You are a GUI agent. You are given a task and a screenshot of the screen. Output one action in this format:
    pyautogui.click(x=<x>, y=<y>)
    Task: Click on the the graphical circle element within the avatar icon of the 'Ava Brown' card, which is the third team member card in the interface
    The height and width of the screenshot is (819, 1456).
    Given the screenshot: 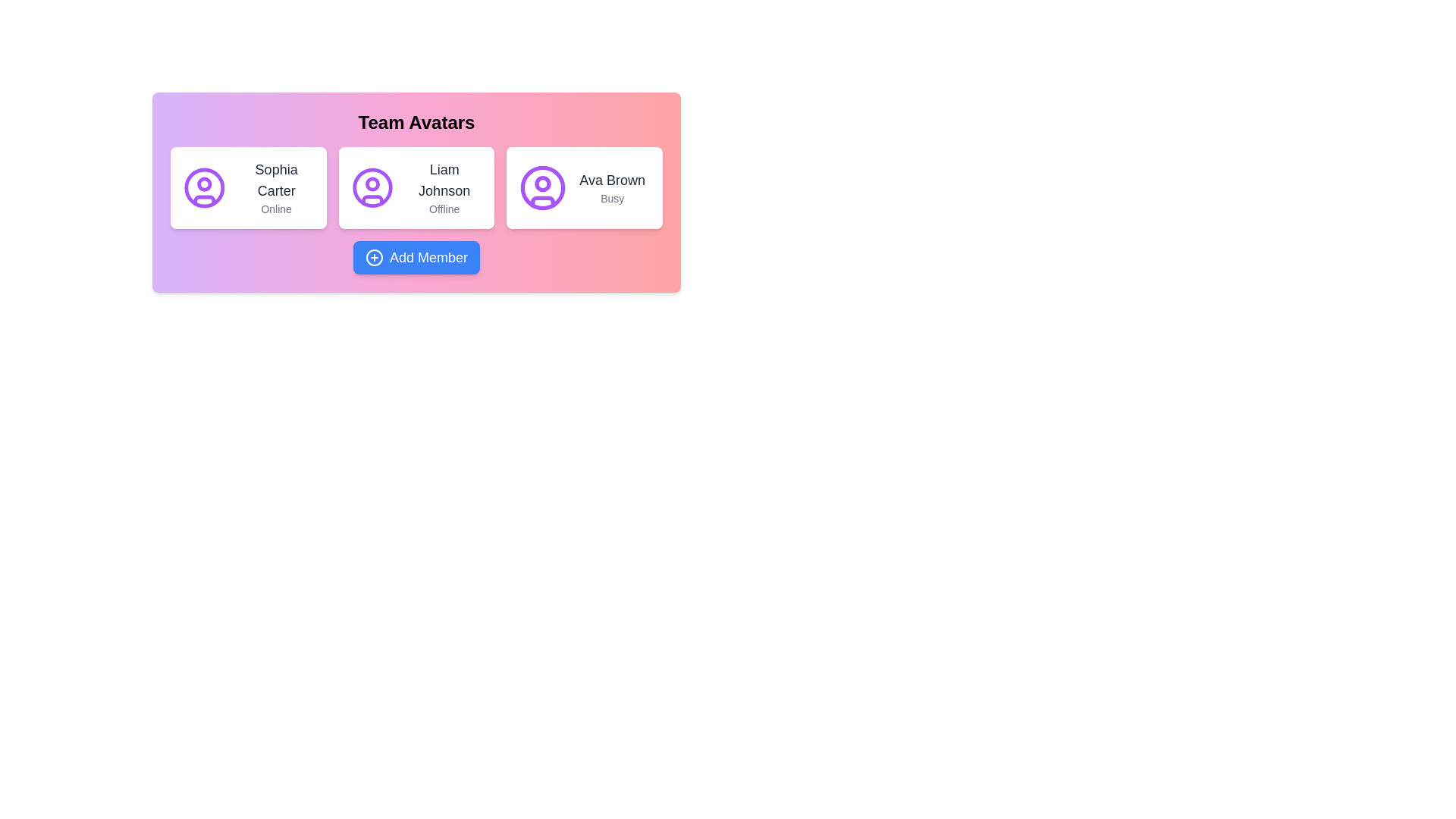 What is the action you would take?
    pyautogui.click(x=543, y=183)
    